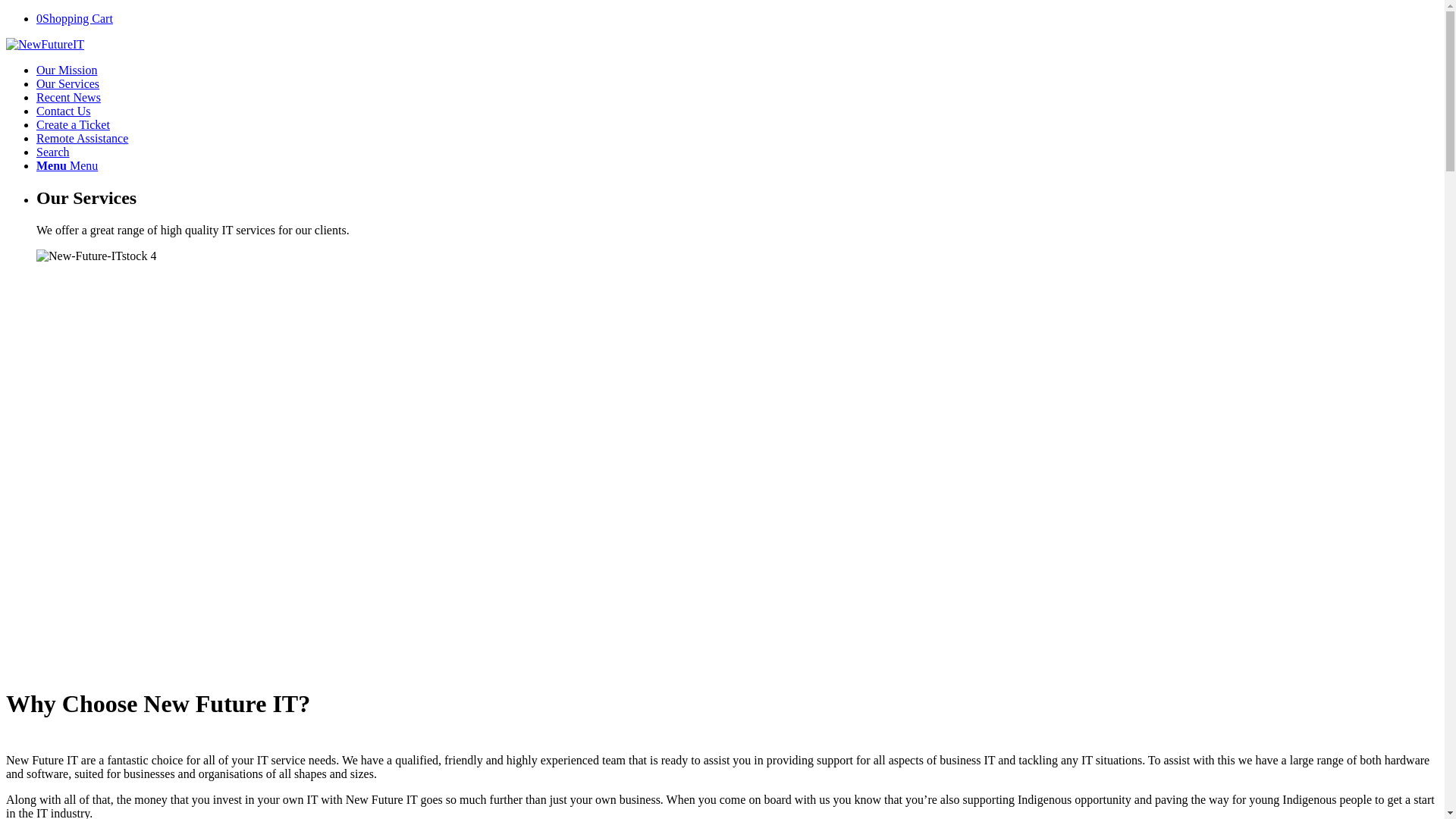 The height and width of the screenshot is (819, 1456). Describe the element at coordinates (36, 152) in the screenshot. I see `'Search'` at that location.